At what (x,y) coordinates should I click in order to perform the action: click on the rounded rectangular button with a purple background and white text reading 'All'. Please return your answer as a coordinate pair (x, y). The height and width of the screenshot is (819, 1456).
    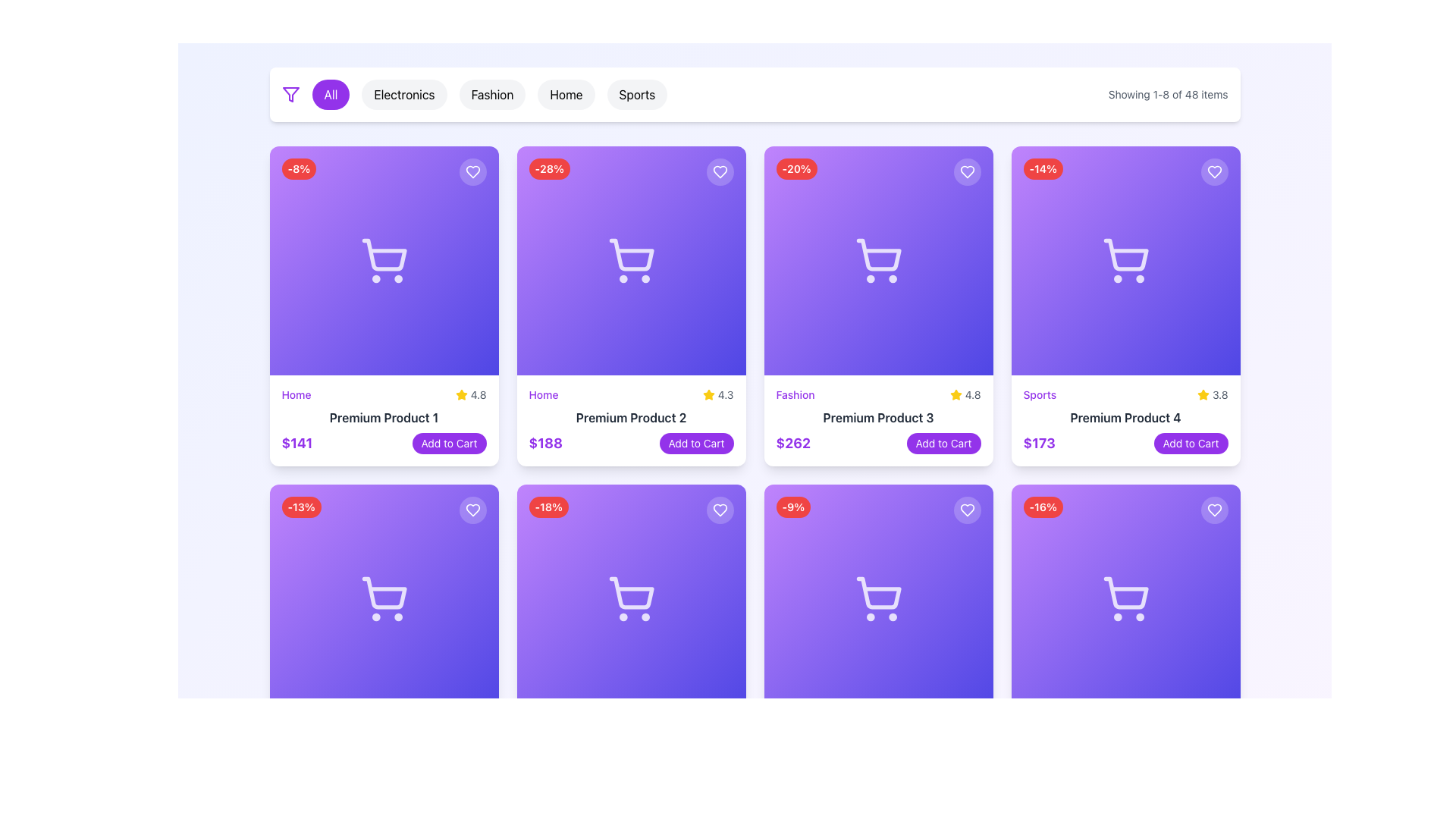
    Looking at the image, I should click on (330, 94).